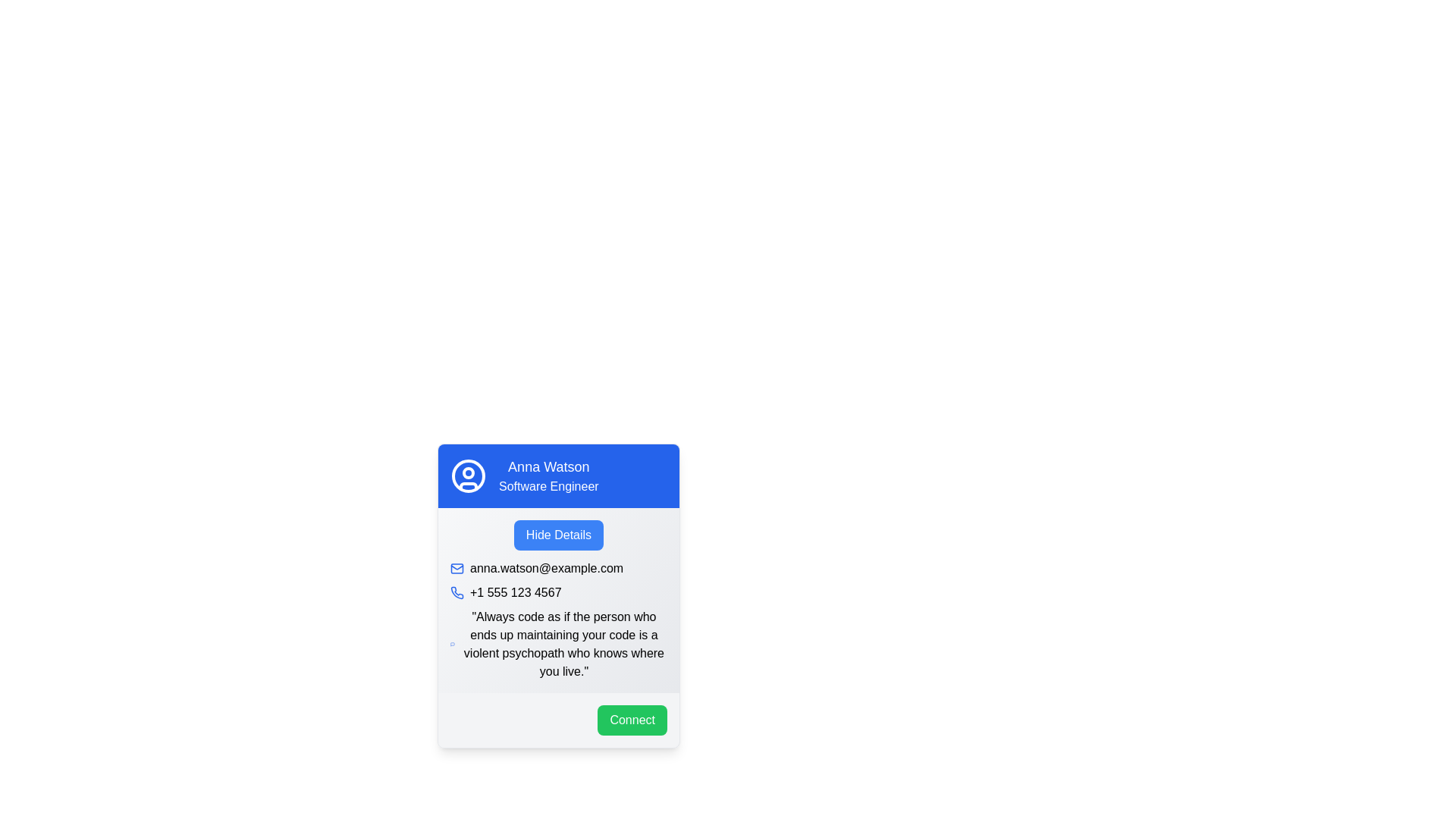 The width and height of the screenshot is (1456, 819). Describe the element at coordinates (548, 486) in the screenshot. I see `the static text element displaying 'Software Engineer', which is styled in white text on a blue background and located beneath 'Anna Watson'` at that location.